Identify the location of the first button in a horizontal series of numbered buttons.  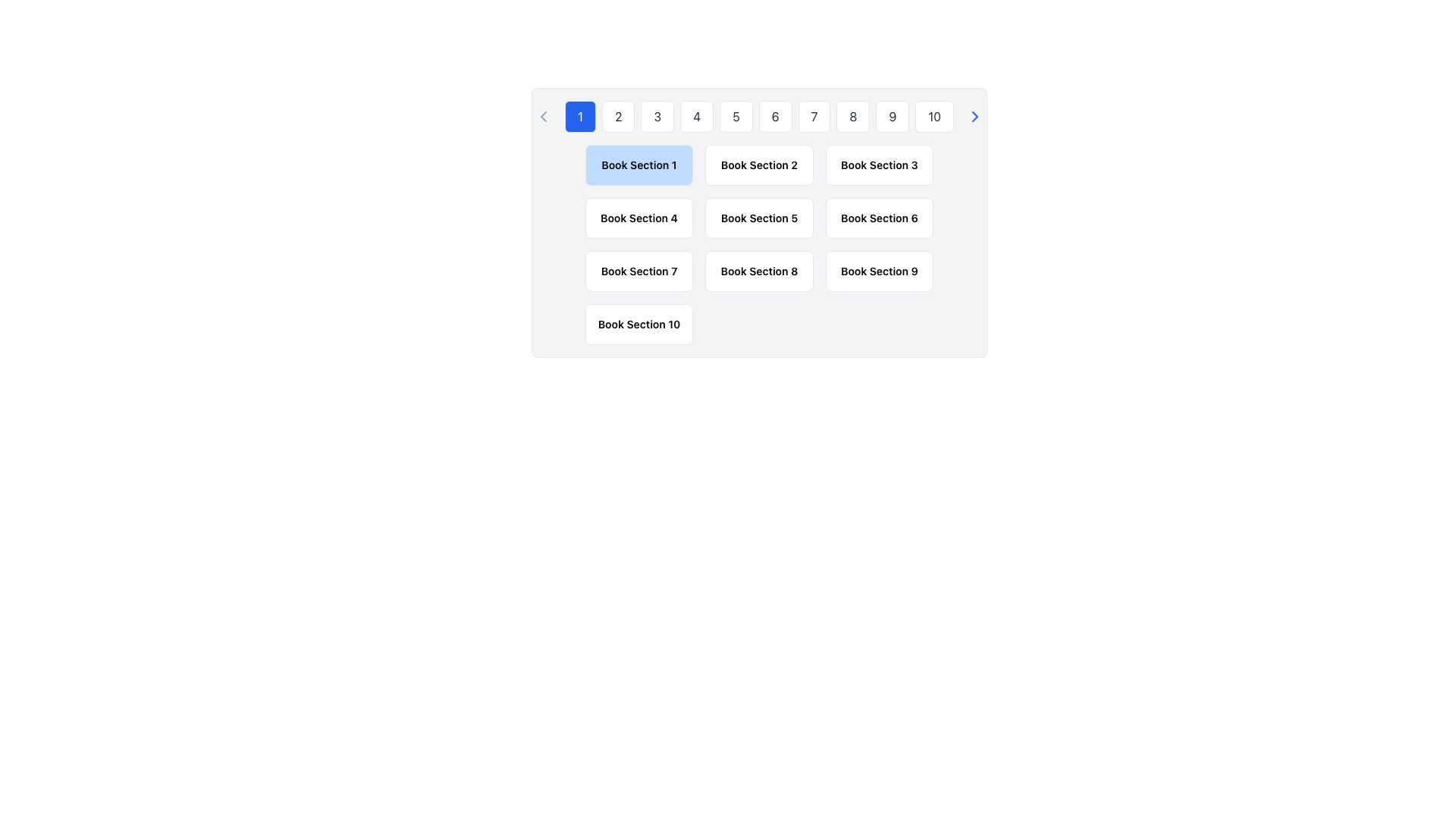
(579, 116).